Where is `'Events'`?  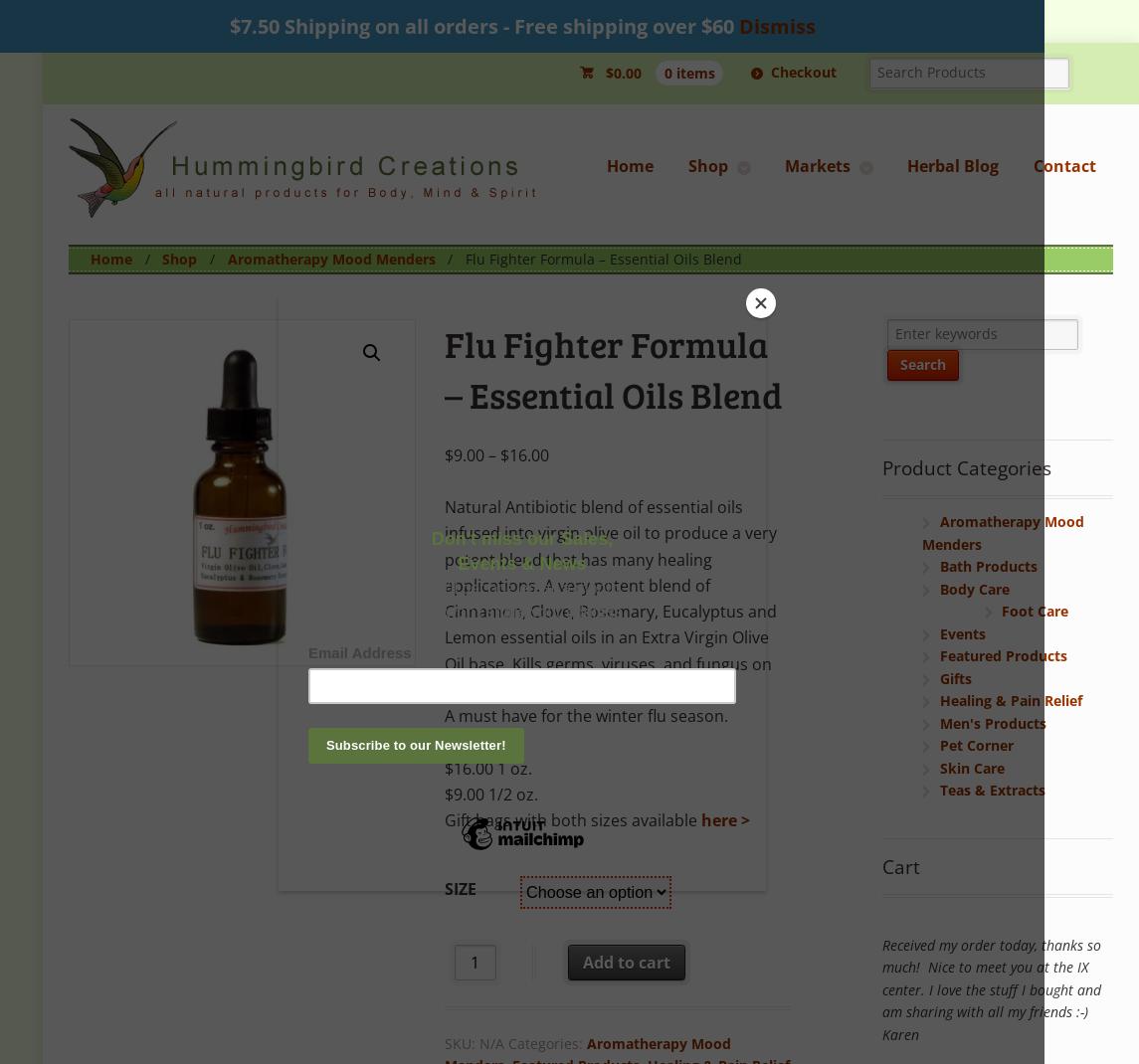
'Events' is located at coordinates (960, 632).